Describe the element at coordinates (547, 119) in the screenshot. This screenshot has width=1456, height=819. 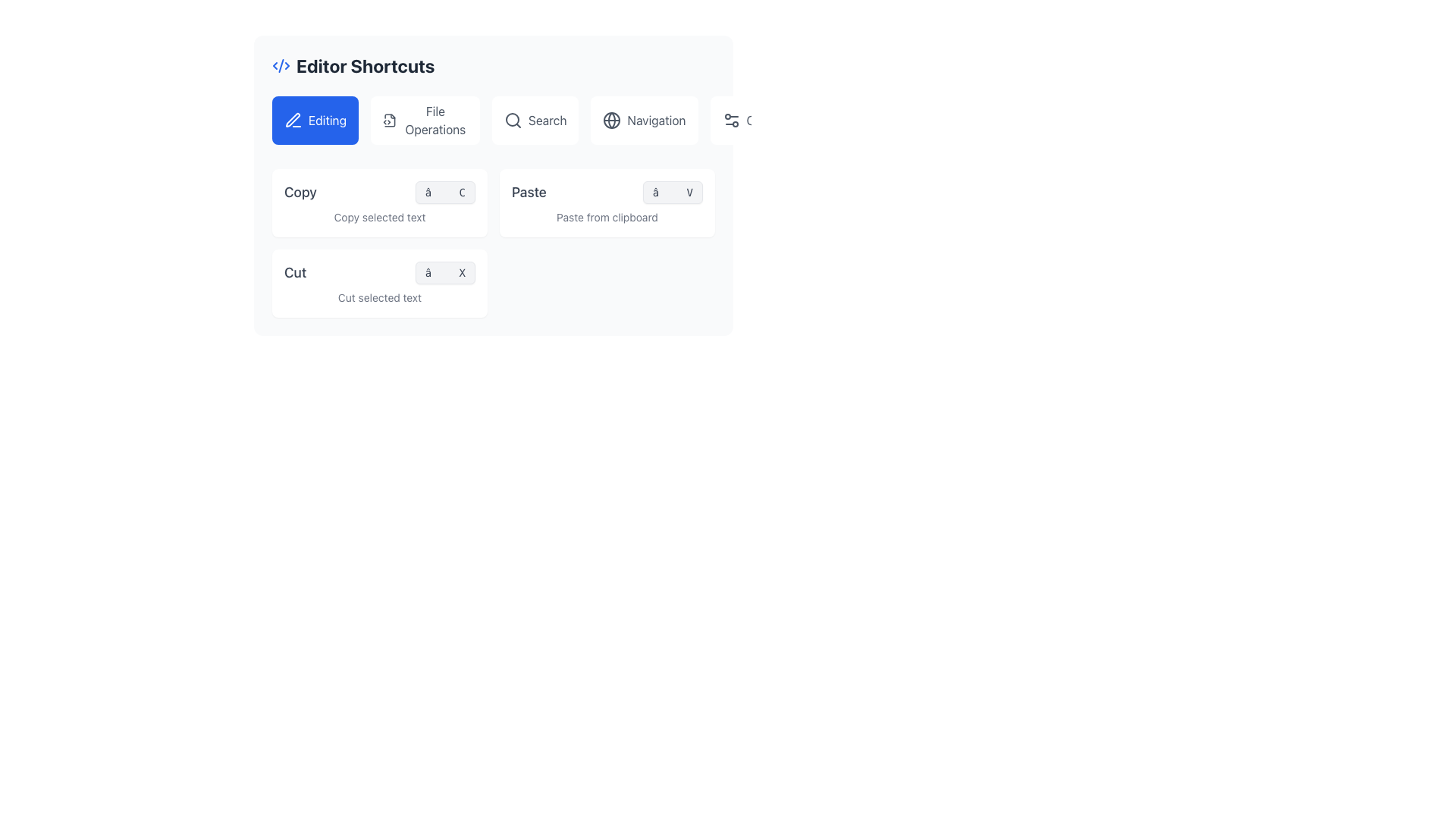
I see `label of the 'Search' button, which is part of an interactive button group located near the top center of the interface` at that location.